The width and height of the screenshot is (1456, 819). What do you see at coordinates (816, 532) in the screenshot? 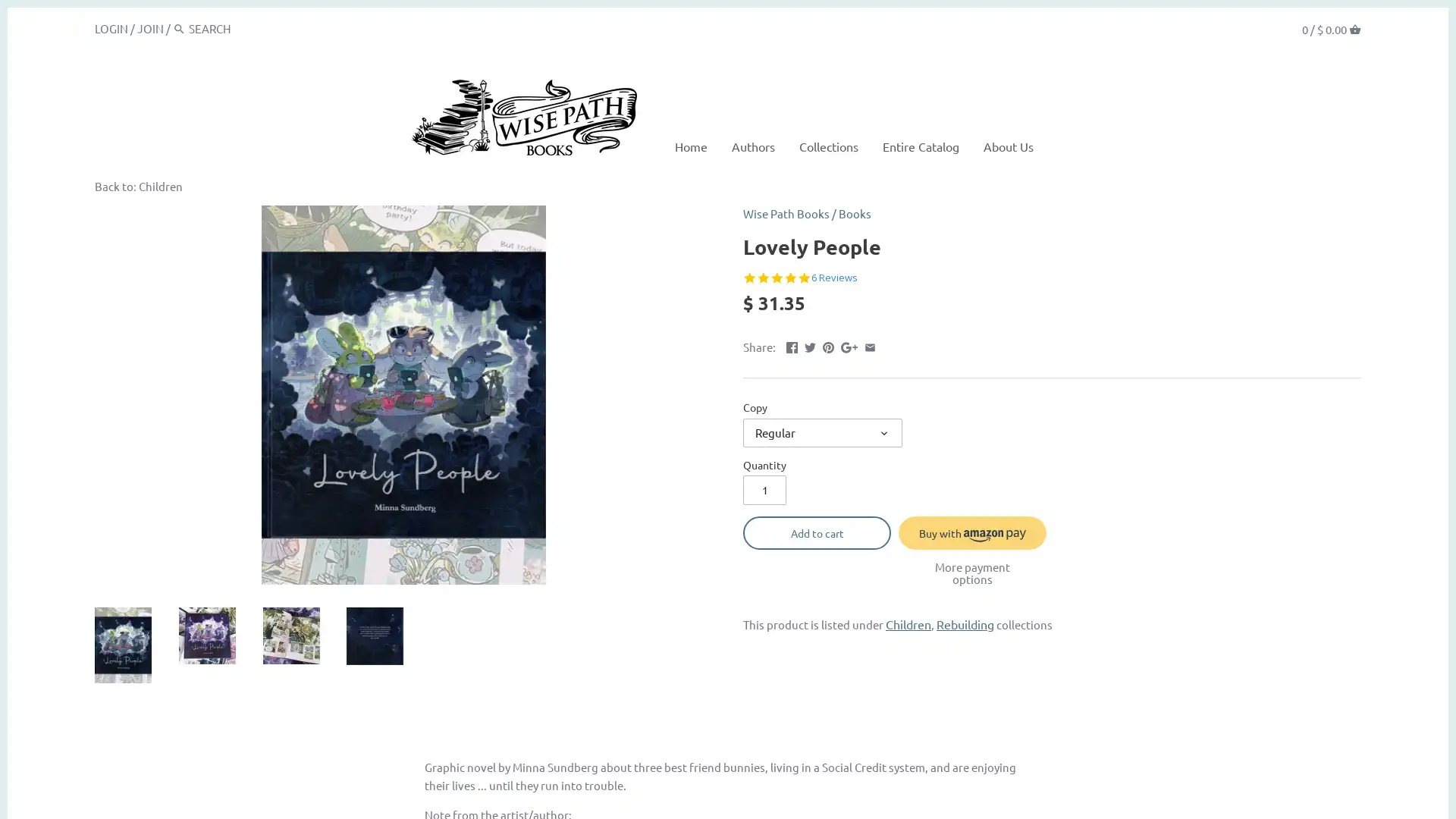
I see `Add to cart` at bounding box center [816, 532].